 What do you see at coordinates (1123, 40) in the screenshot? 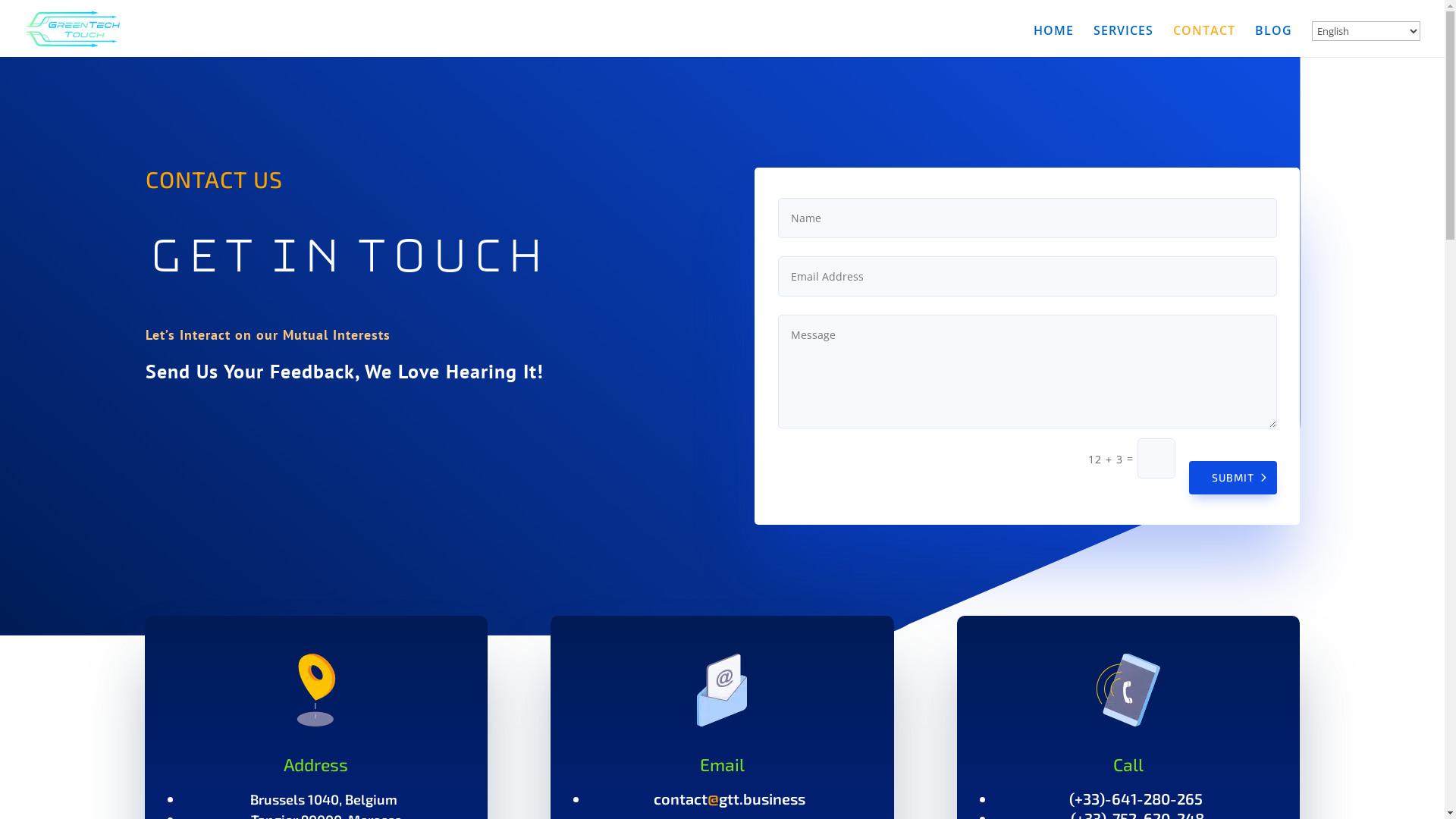
I see `'SERVICES'` at bounding box center [1123, 40].